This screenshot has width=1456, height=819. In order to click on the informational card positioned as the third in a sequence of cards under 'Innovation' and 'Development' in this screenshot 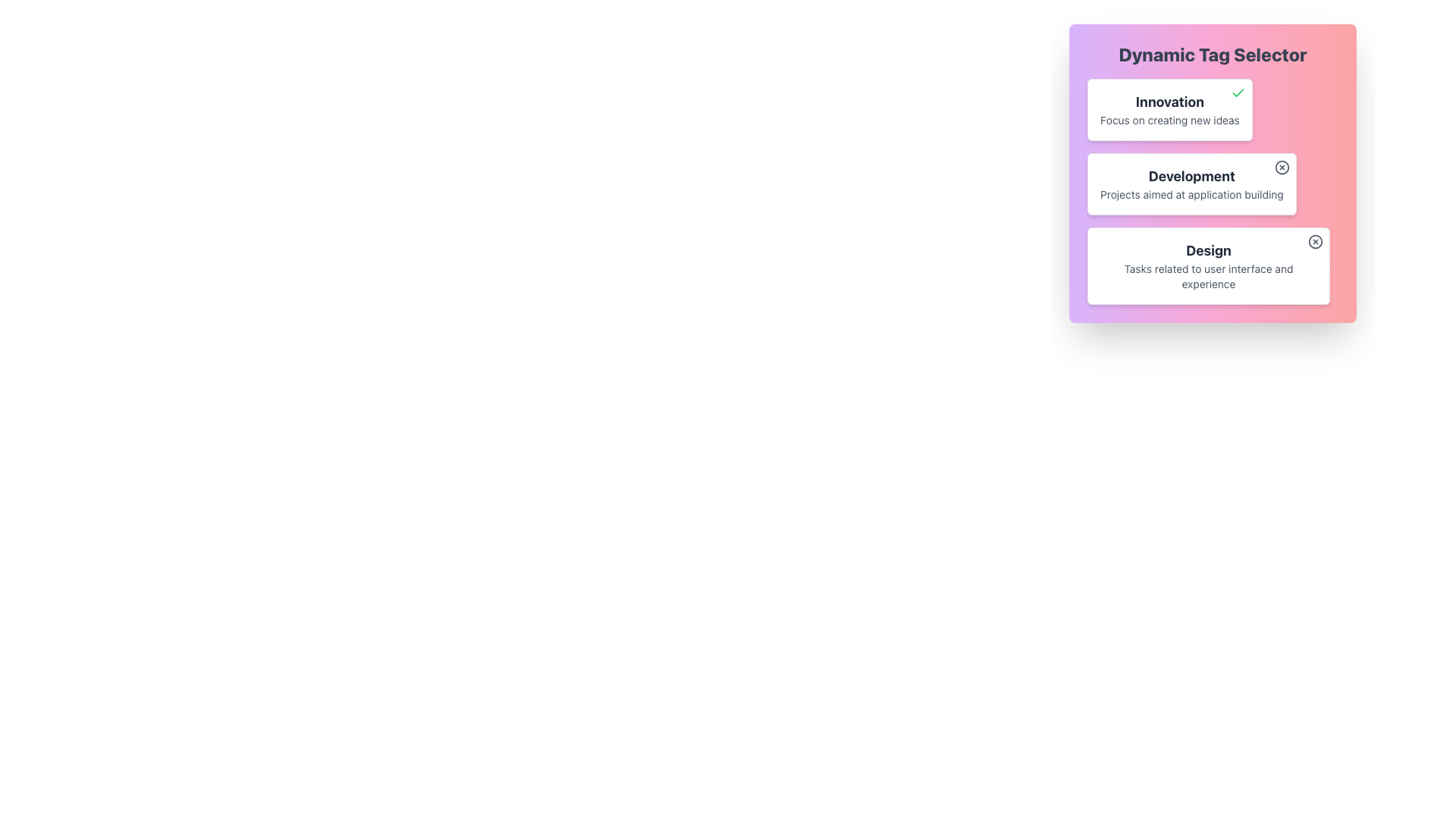, I will do `click(1207, 265)`.